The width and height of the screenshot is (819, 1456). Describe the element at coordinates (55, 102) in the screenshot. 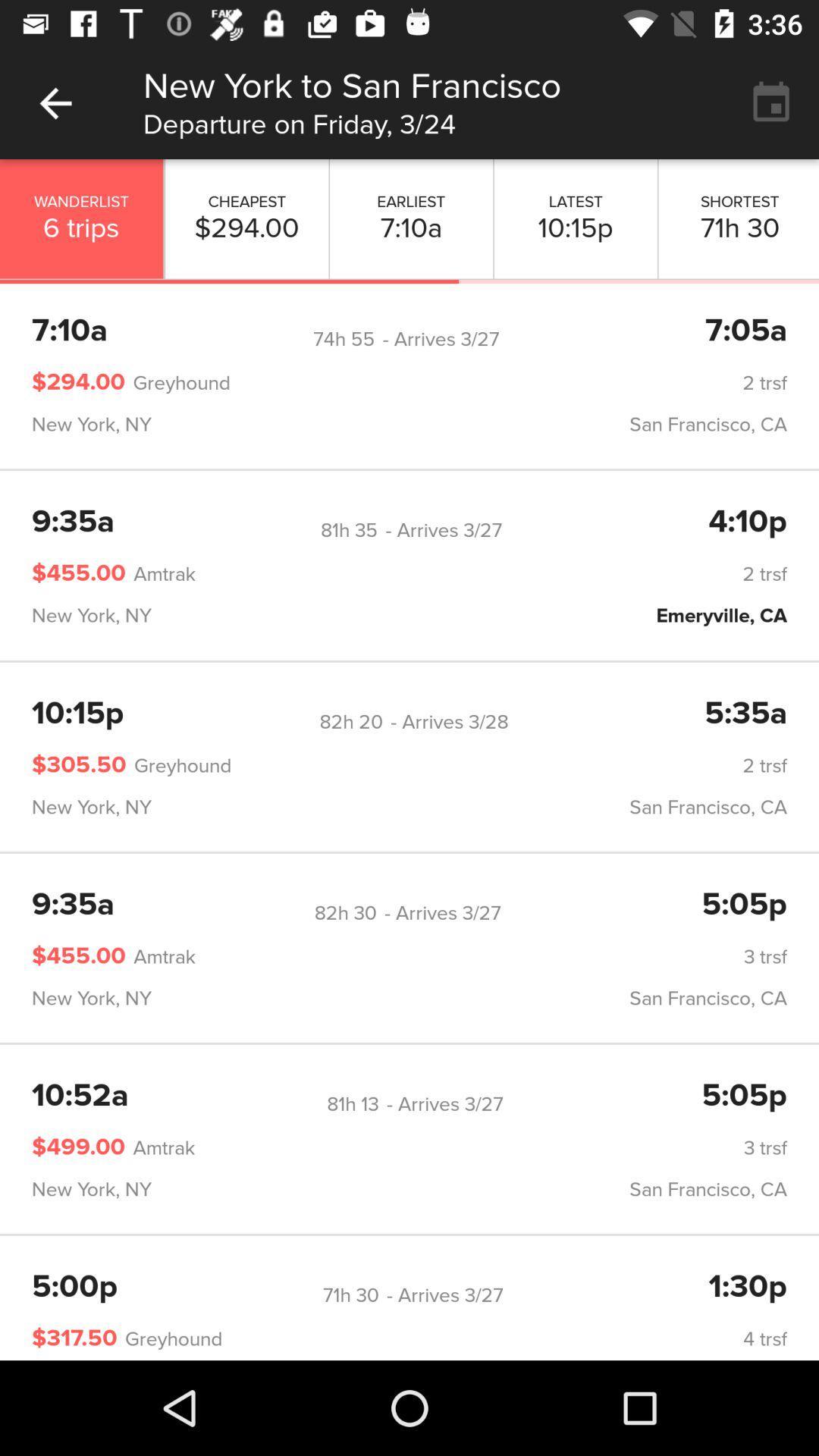

I see `go back` at that location.